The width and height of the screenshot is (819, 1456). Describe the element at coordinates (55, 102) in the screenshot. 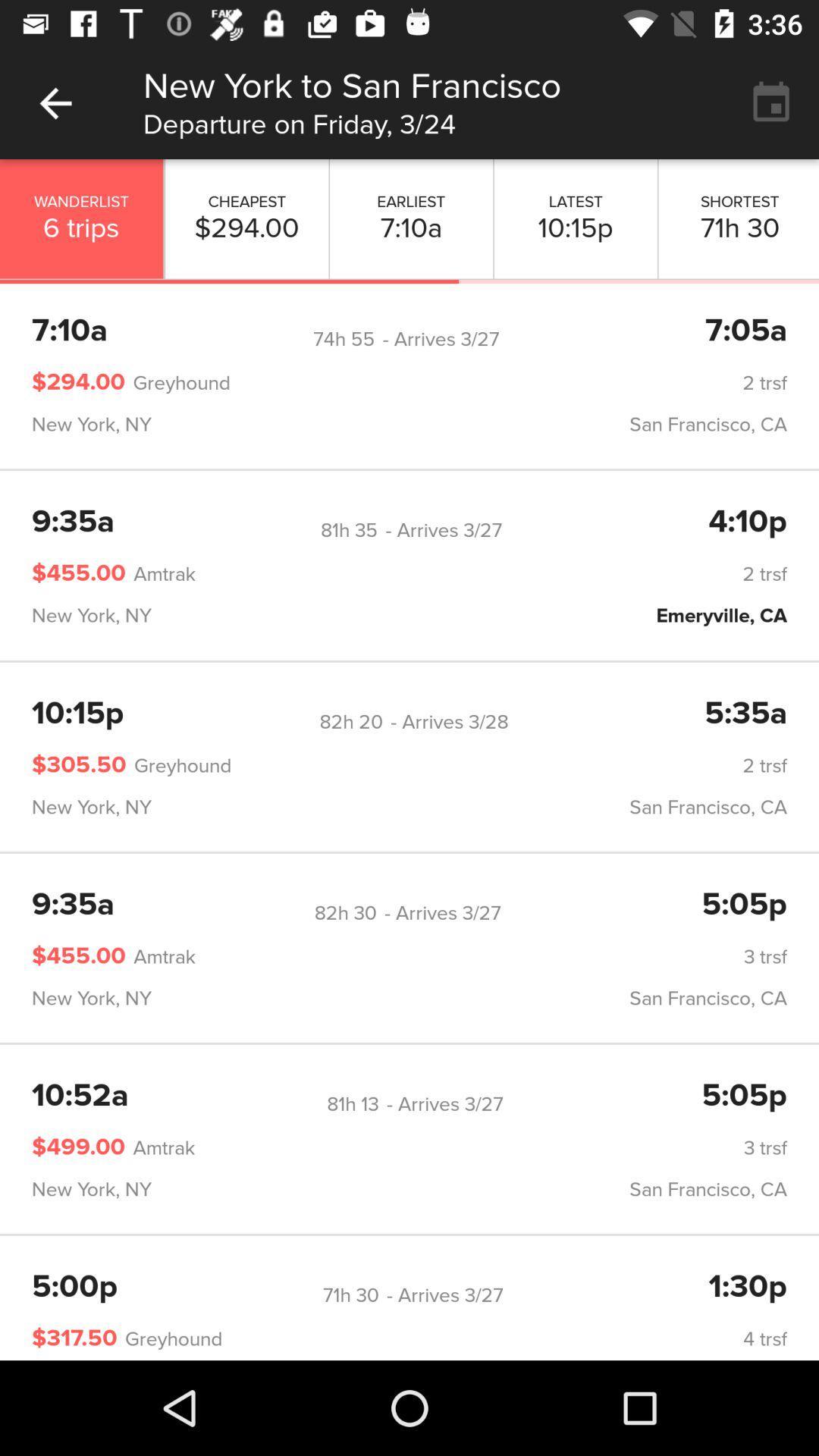

I see `go back` at that location.